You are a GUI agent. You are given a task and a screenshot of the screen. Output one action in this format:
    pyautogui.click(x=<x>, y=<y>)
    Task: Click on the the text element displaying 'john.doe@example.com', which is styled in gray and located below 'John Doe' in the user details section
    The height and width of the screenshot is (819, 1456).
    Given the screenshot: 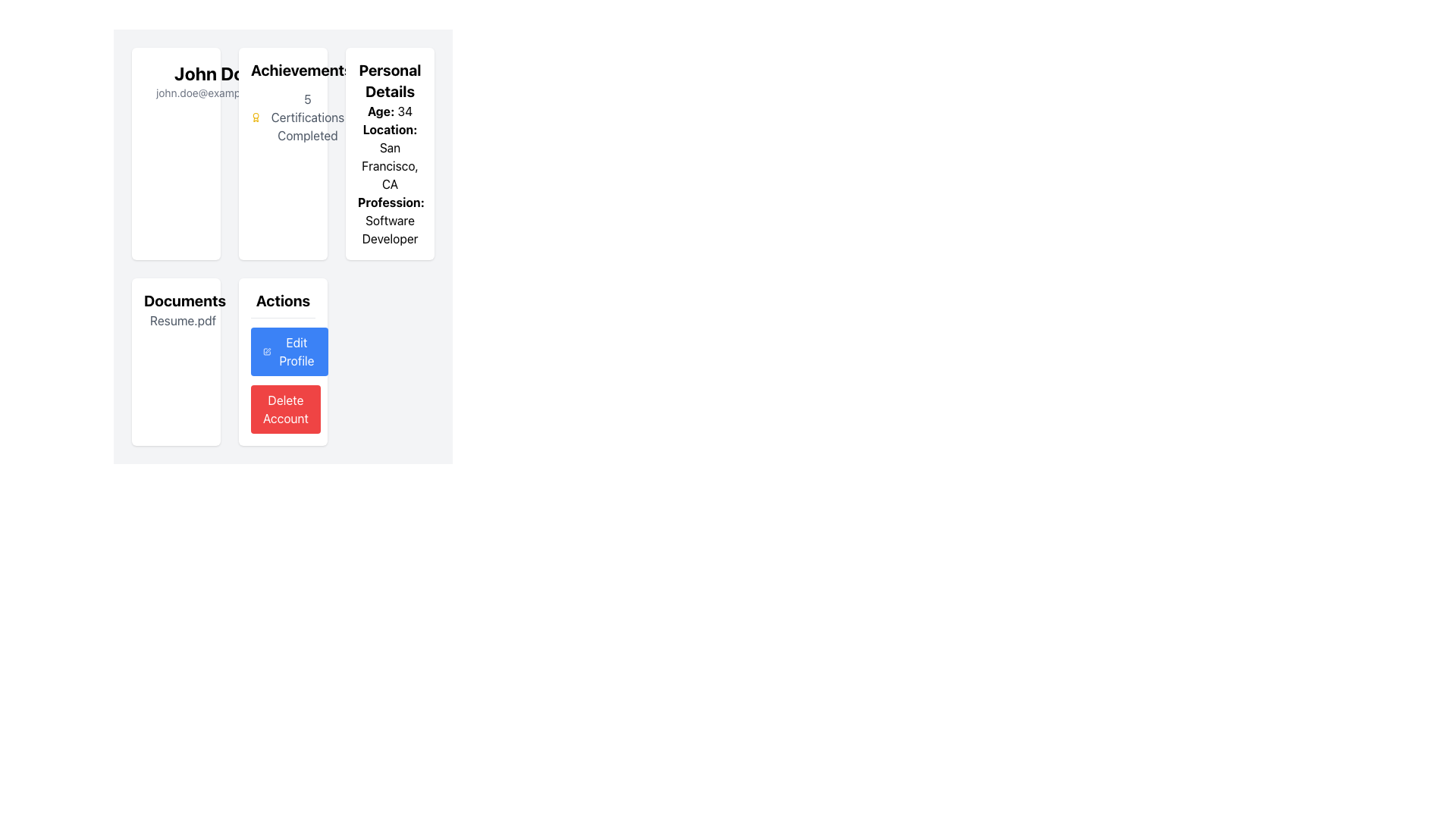 What is the action you would take?
    pyautogui.click(x=214, y=93)
    